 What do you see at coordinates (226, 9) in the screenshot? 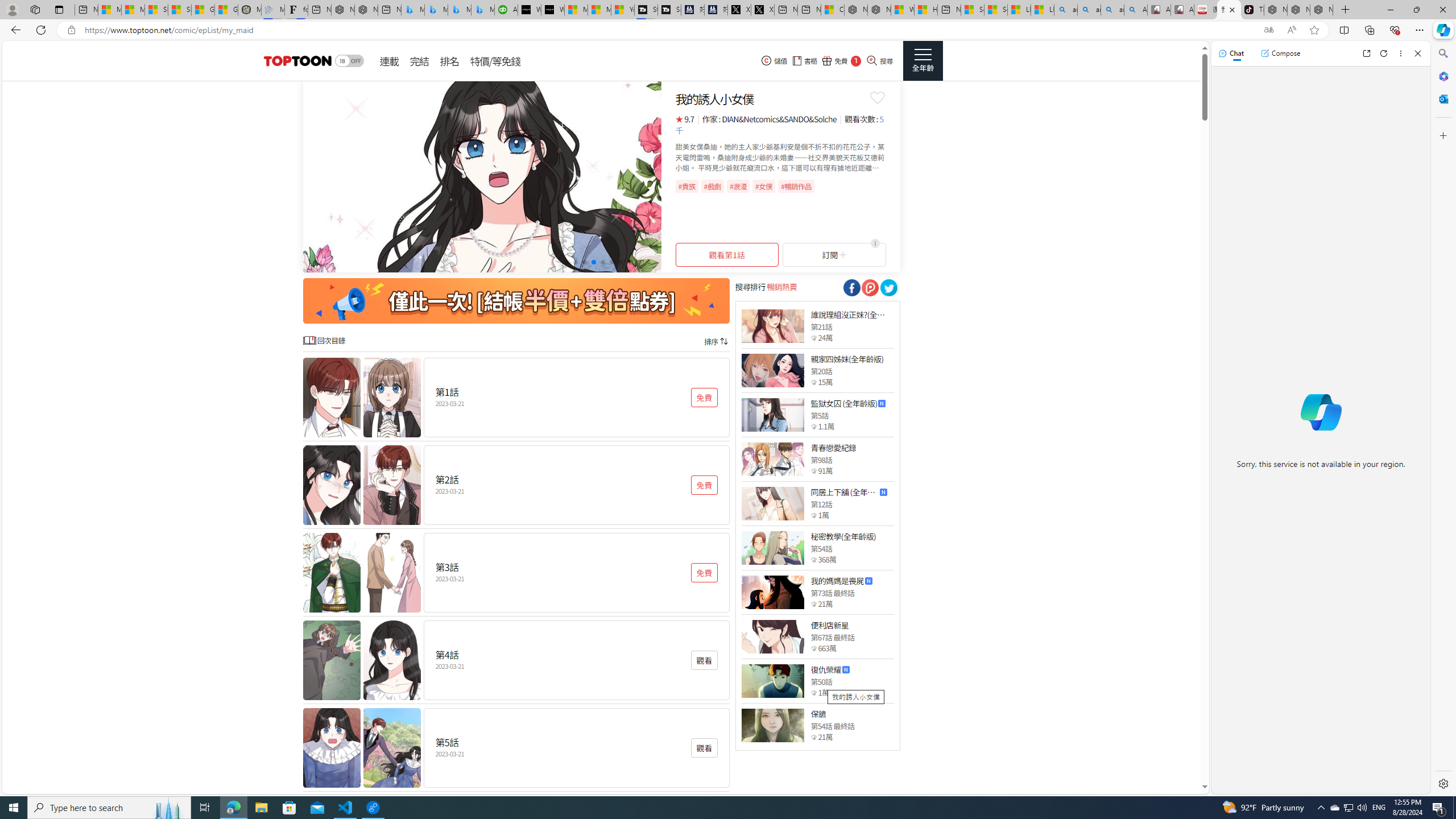
I see `'Gilma and Hector both pose tropical trouble for Hawaii'` at bounding box center [226, 9].